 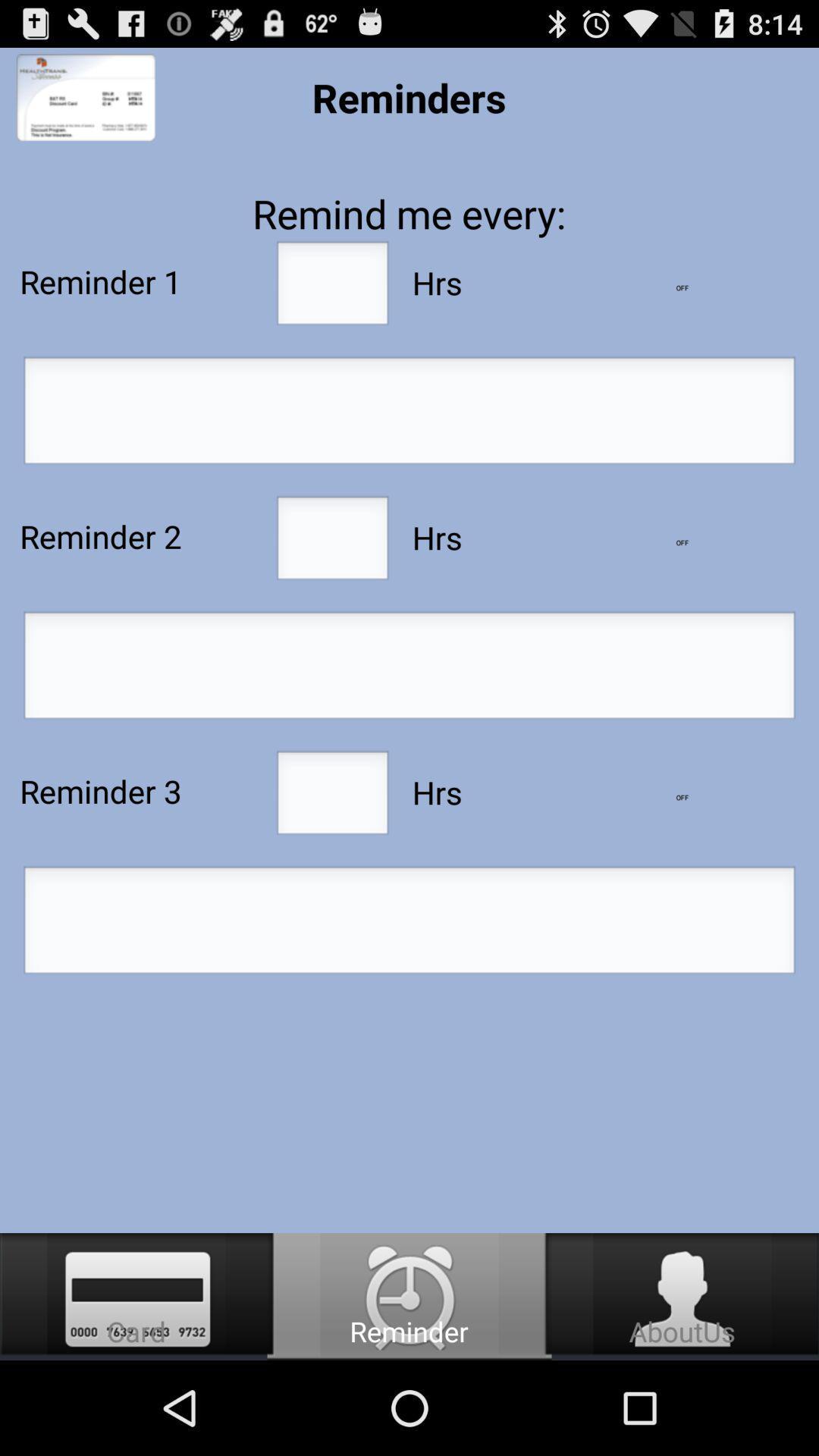 I want to click on set hours reminder 1, so click(x=331, y=287).